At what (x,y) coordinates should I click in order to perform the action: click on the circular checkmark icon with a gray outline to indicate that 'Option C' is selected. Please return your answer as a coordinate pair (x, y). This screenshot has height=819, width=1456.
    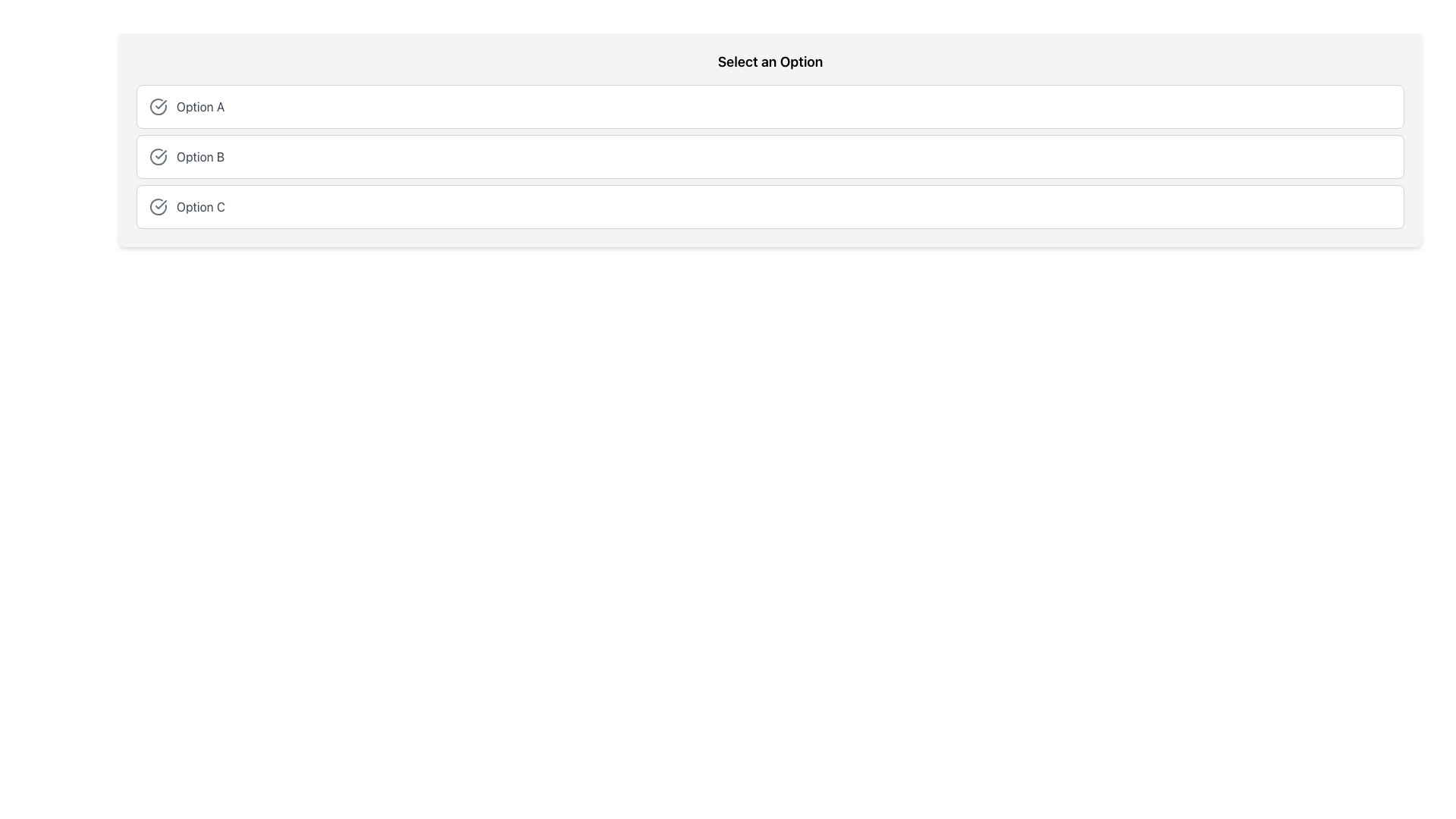
    Looking at the image, I should click on (158, 207).